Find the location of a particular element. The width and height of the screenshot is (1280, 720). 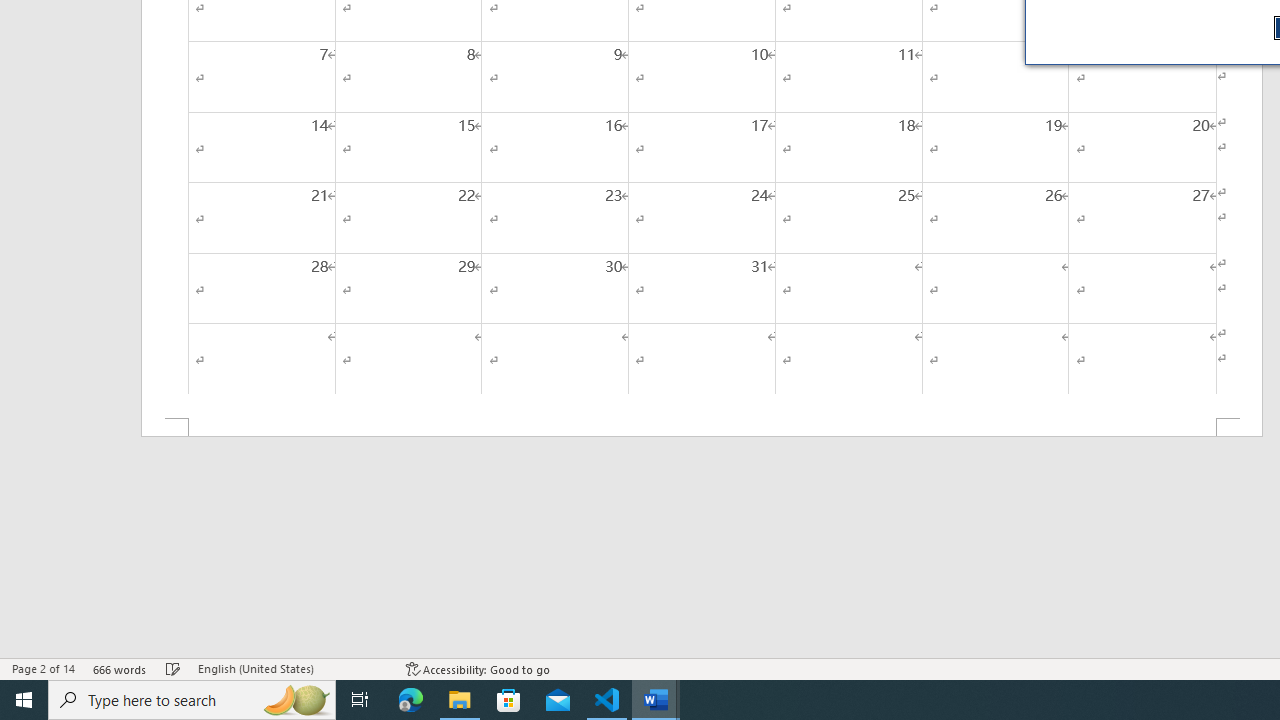

'Language English (United States)' is located at coordinates (291, 669).